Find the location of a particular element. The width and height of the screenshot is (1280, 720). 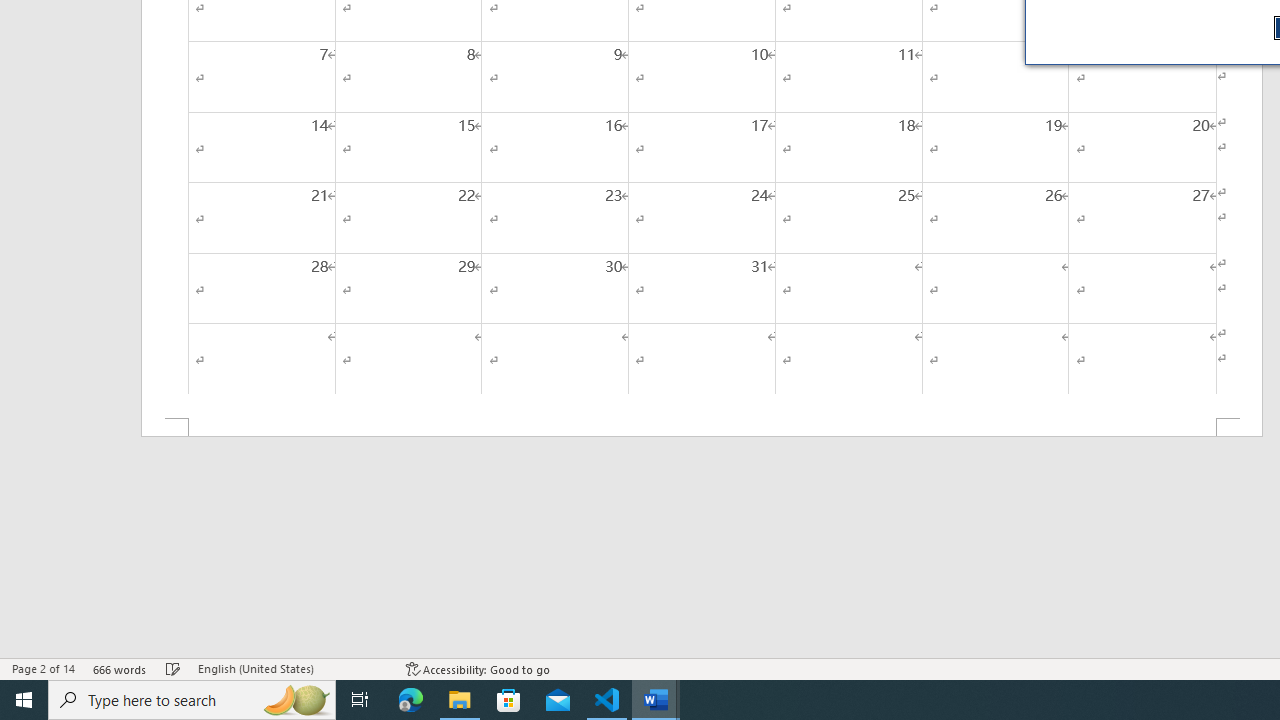

'Language English (United States)' is located at coordinates (291, 669).